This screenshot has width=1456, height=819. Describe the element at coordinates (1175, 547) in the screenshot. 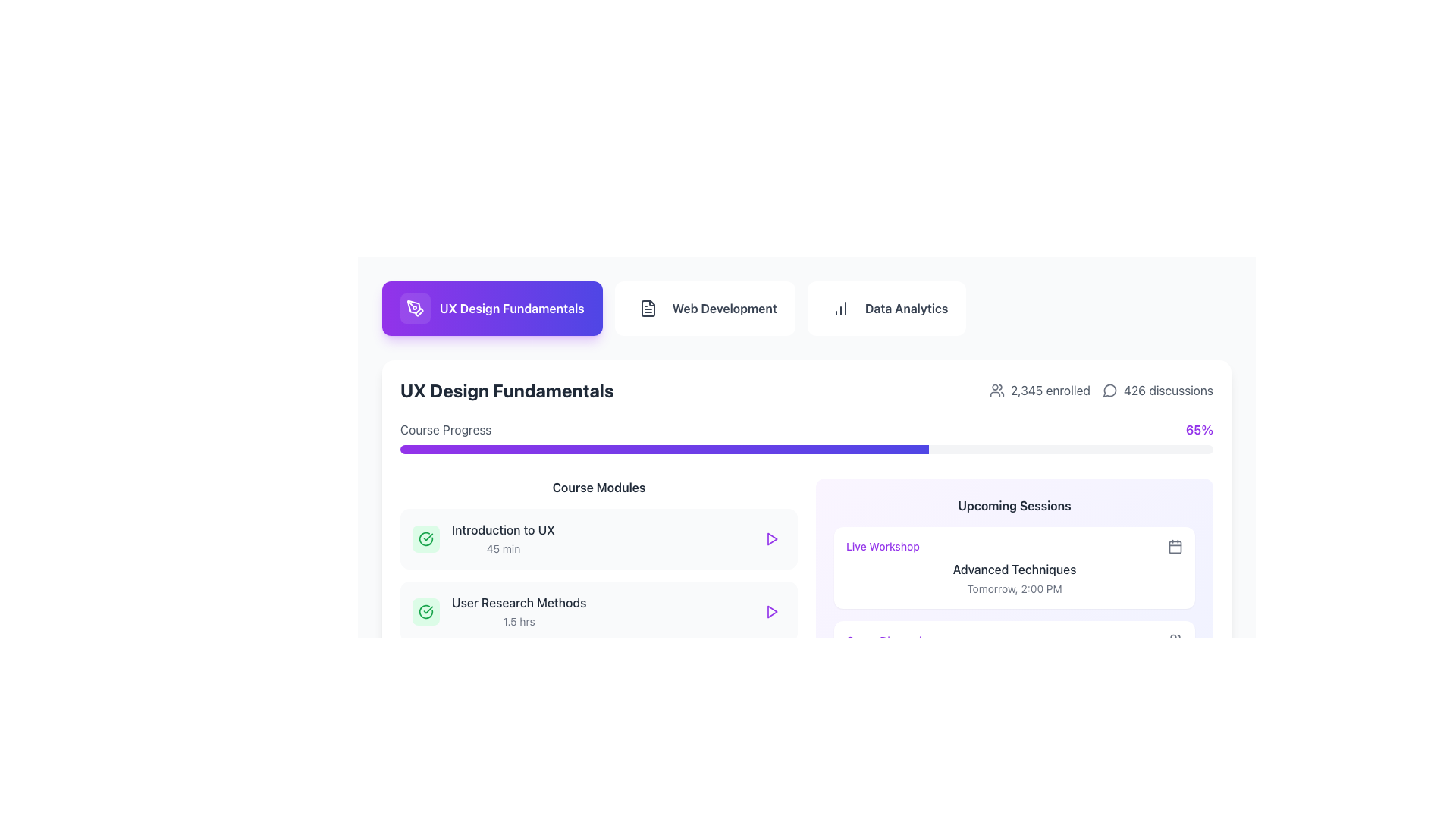

I see `the decorative square element with rounded corners located within the calendar-like icon, which is positioned near the 'Advanced Techniques' session details box` at that location.